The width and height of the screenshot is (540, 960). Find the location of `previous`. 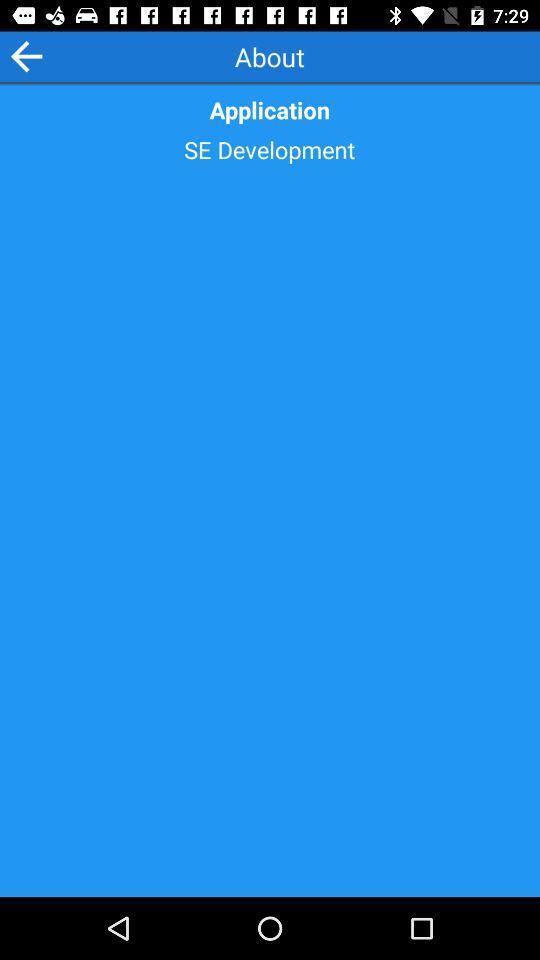

previous is located at coordinates (25, 55).